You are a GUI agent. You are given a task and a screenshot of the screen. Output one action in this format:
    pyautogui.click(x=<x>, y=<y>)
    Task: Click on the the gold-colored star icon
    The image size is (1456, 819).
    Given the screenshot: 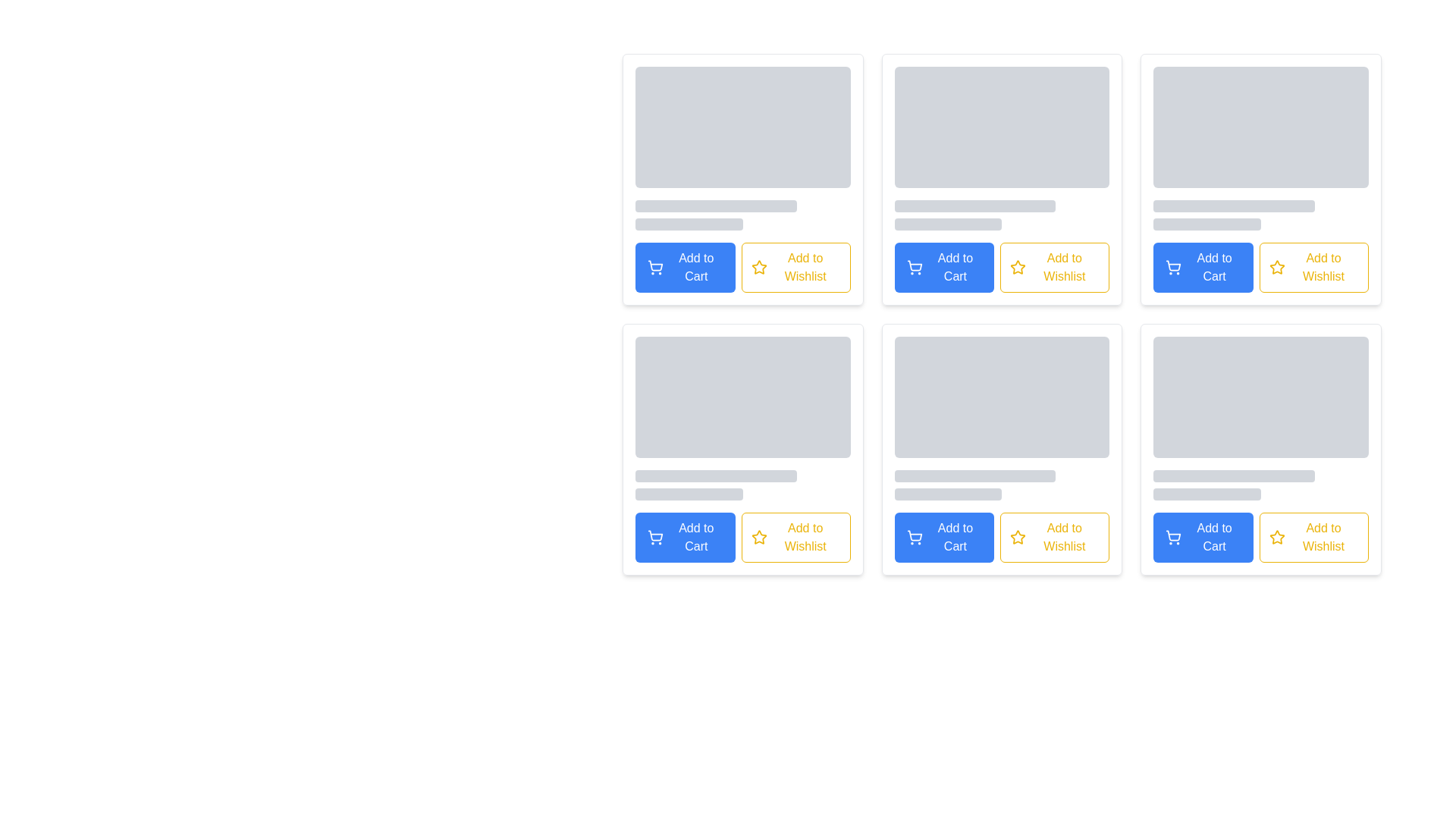 What is the action you would take?
    pyautogui.click(x=1018, y=266)
    